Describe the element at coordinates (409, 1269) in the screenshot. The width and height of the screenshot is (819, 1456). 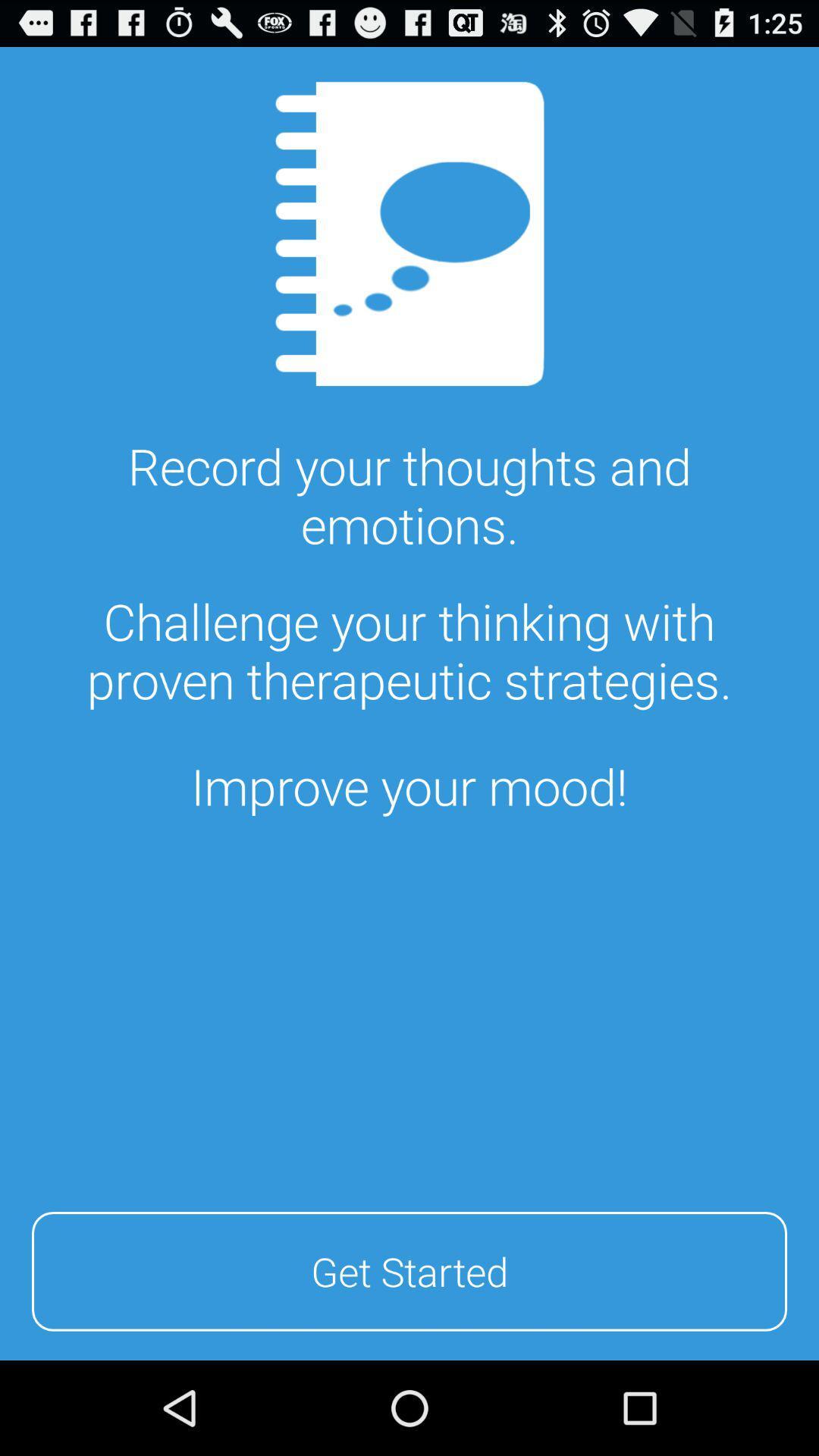
I see `item below the improve your mood!` at that location.